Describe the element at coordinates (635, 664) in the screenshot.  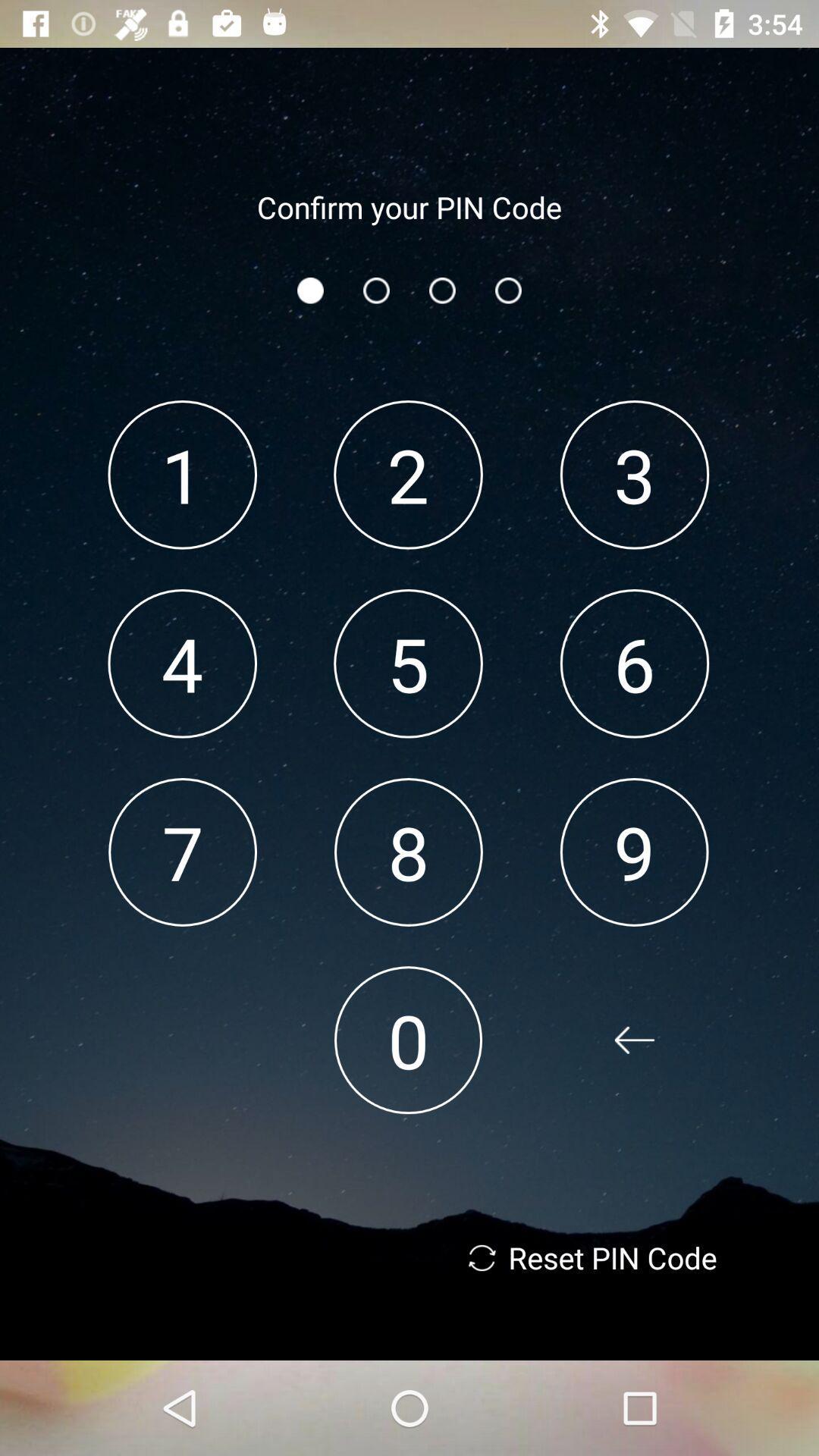
I see `the item below the 3` at that location.